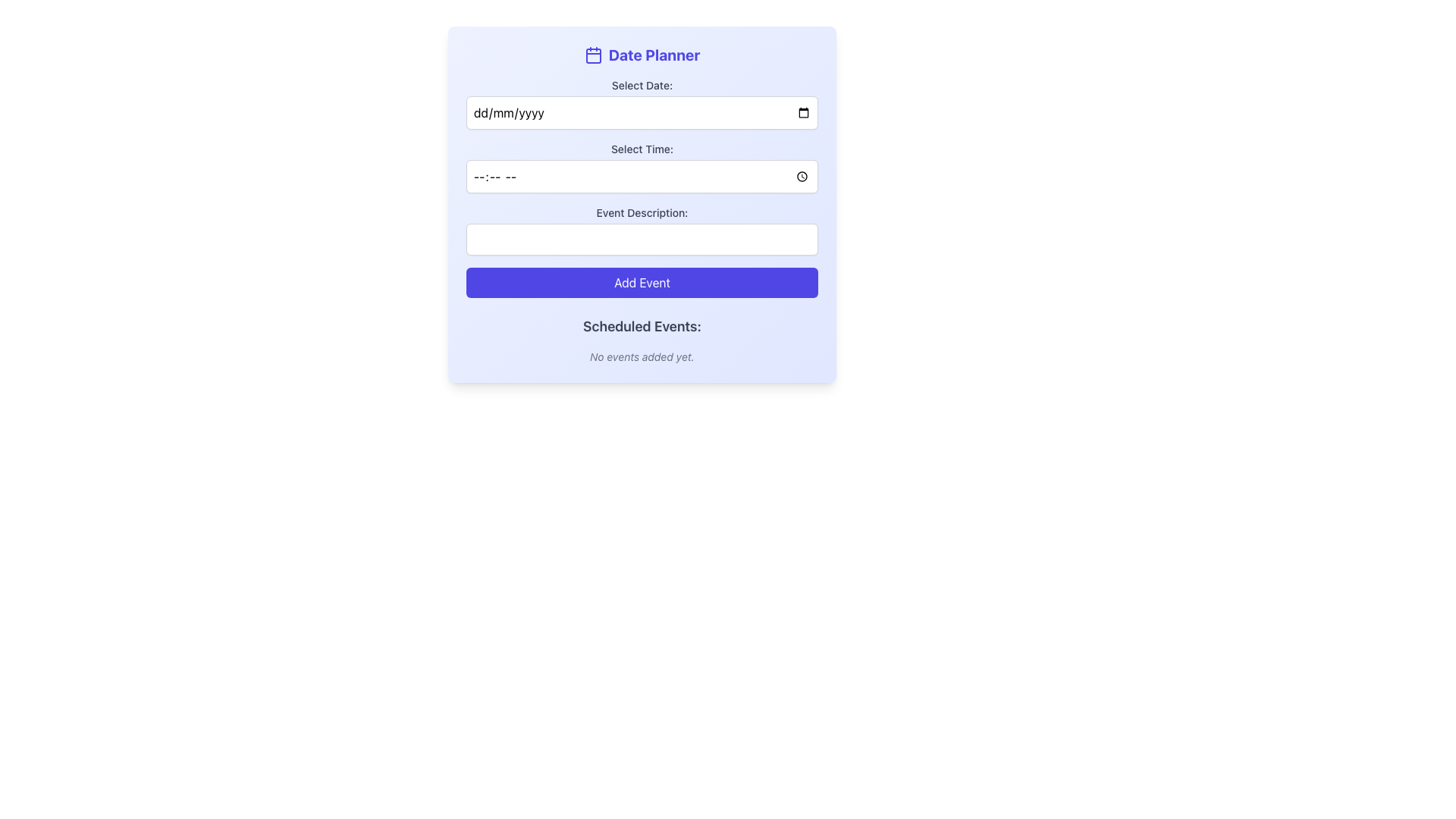 The width and height of the screenshot is (1456, 819). What do you see at coordinates (642, 283) in the screenshot?
I see `the 'Add Event' button located in the bottom section of the 'Date Planner' card, directly below the 'Event Description' input area` at bounding box center [642, 283].